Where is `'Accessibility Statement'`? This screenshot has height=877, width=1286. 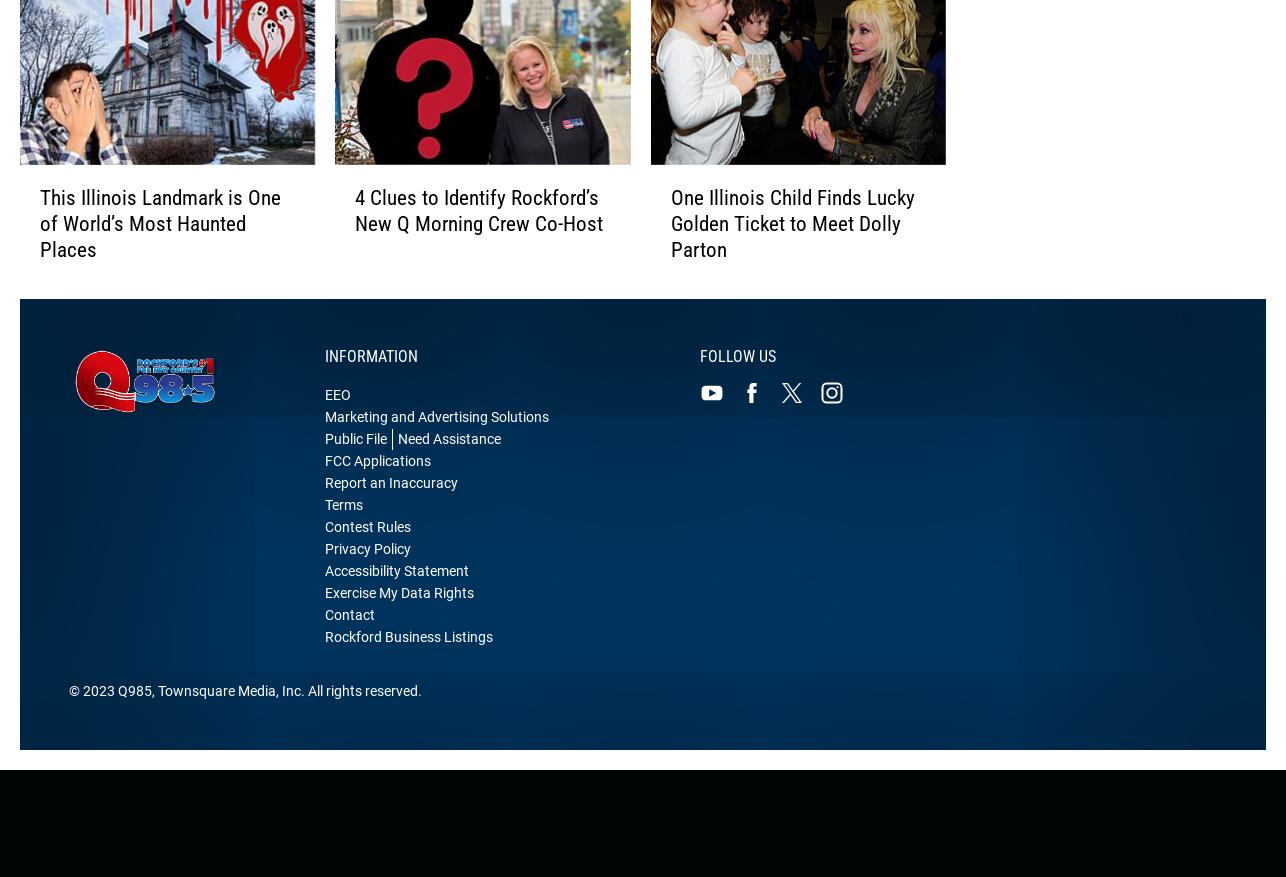
'Accessibility Statement' is located at coordinates (395, 592).